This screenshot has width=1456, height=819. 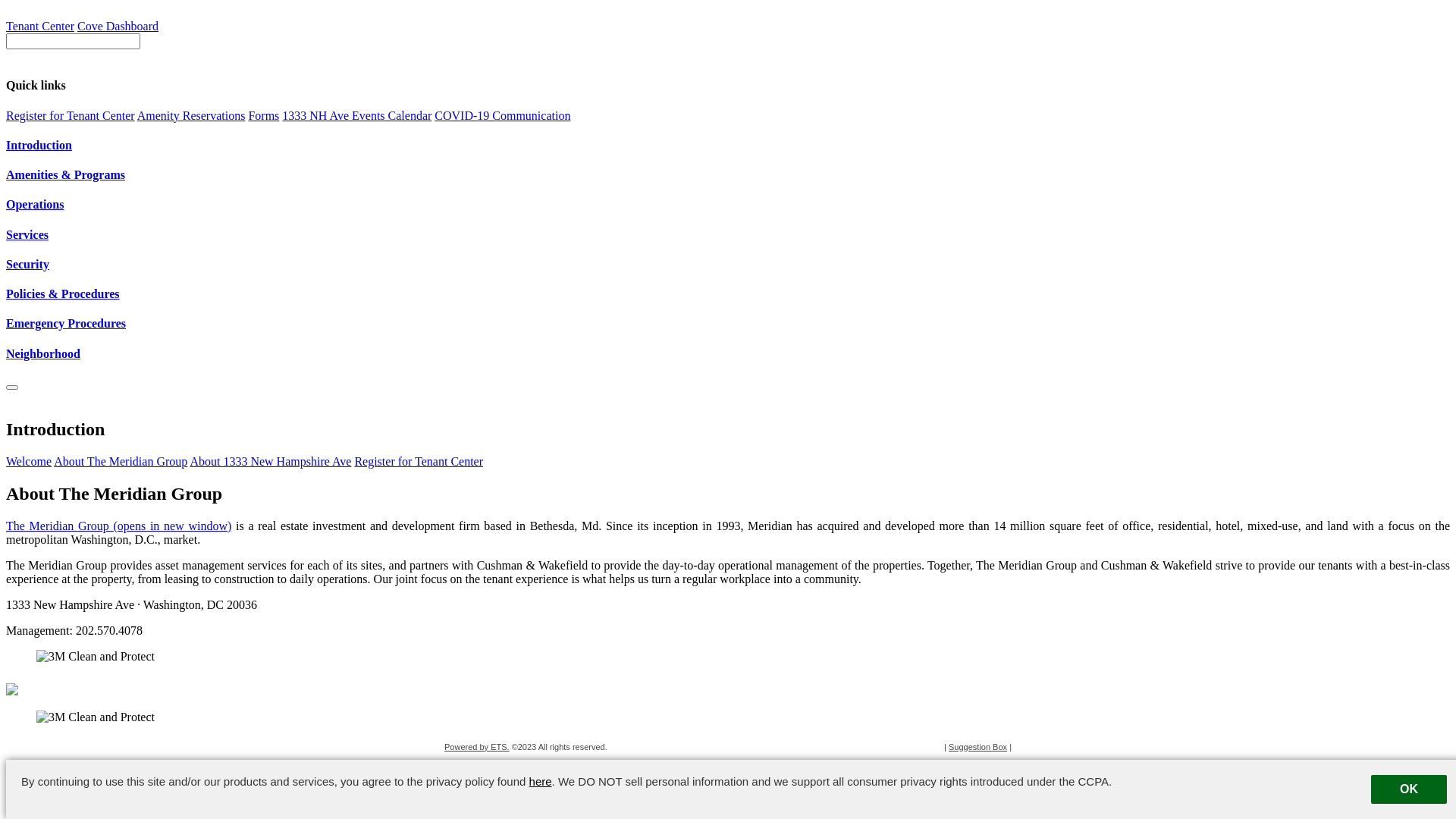 I want to click on 'Suggestion Box', so click(x=948, y=745).